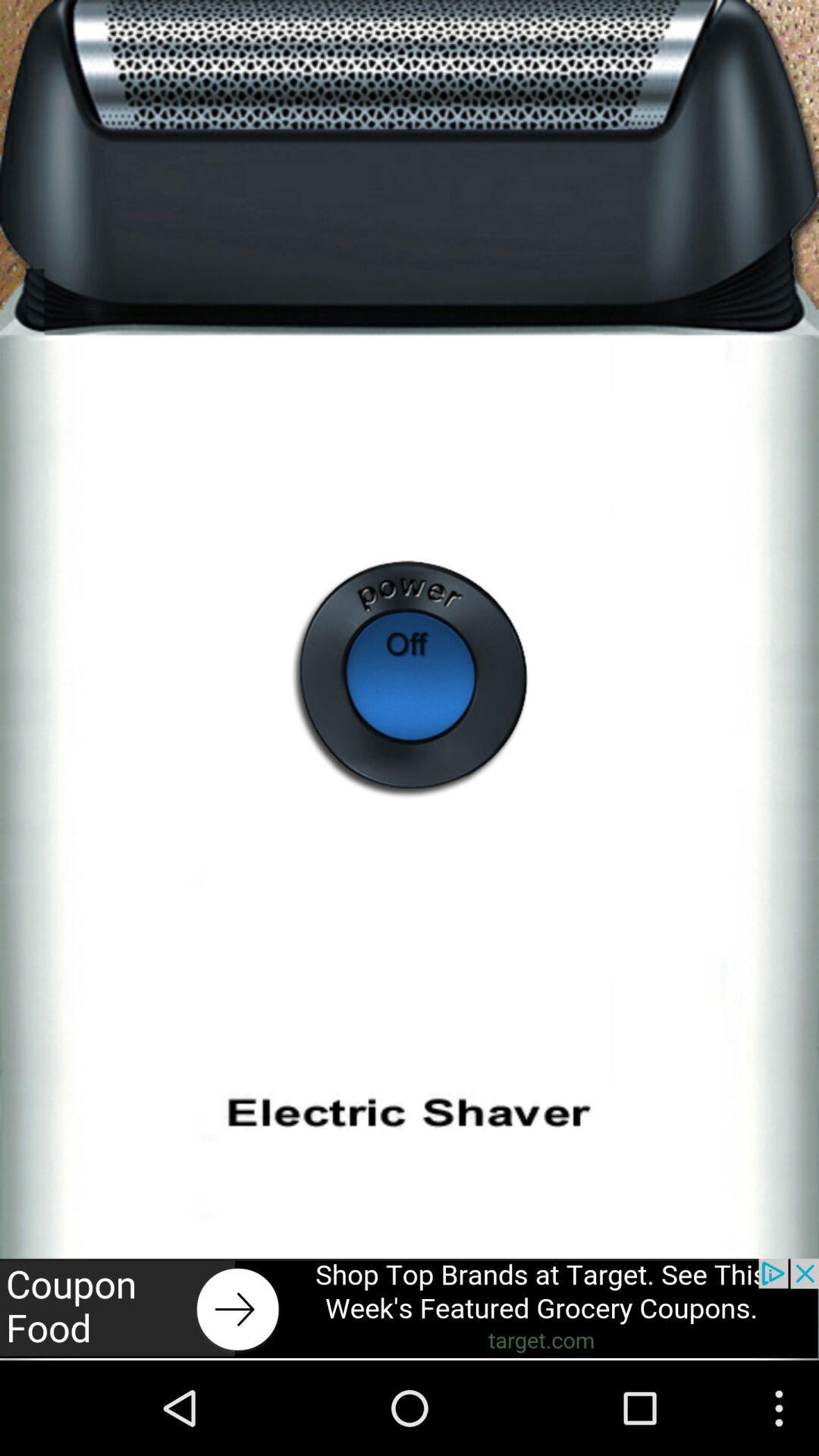 The width and height of the screenshot is (819, 1456). I want to click on off batton, so click(409, 679).